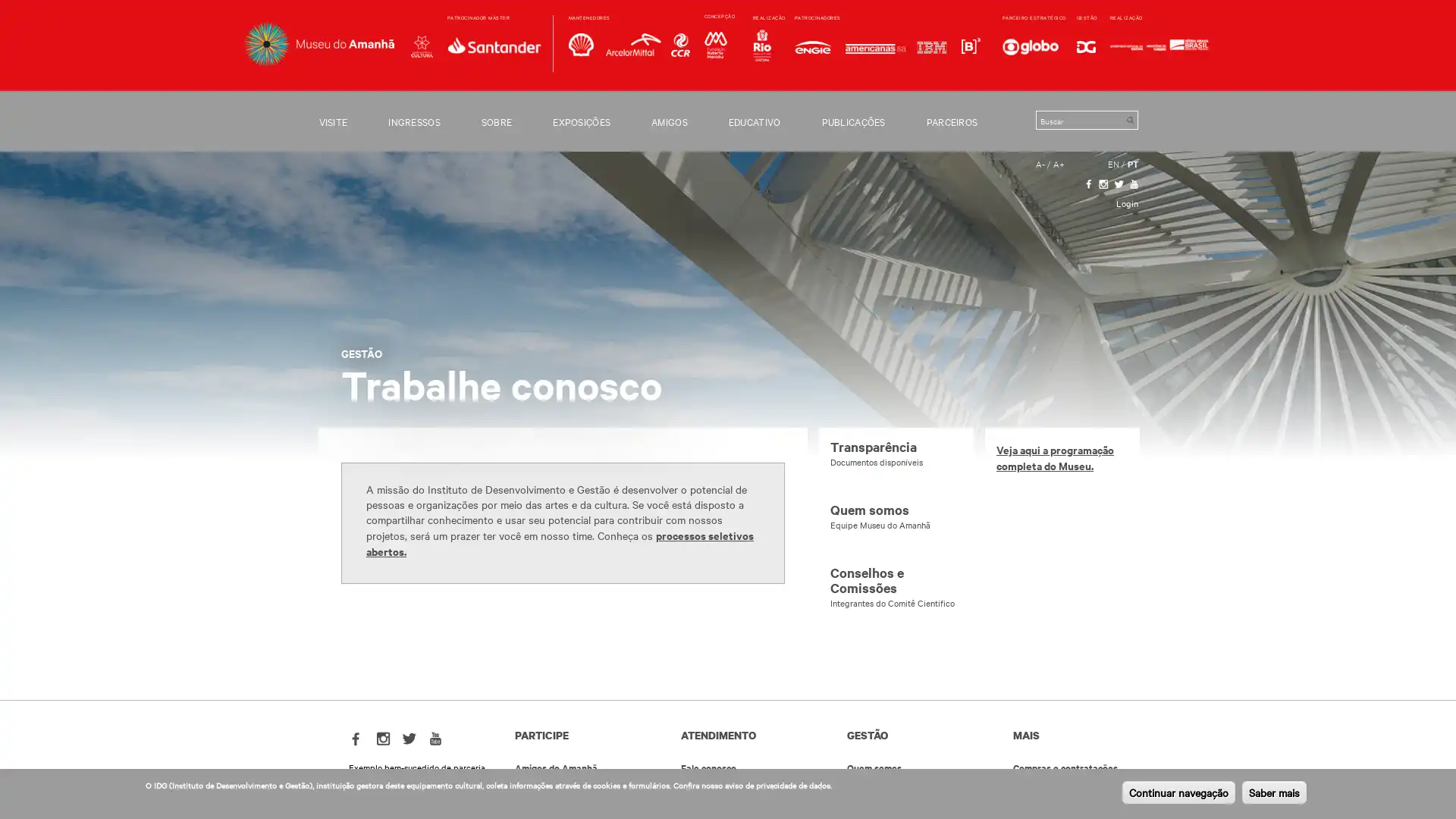 This screenshot has width=1456, height=819. Describe the element at coordinates (1178, 792) in the screenshot. I see `Continuar navegacao` at that location.